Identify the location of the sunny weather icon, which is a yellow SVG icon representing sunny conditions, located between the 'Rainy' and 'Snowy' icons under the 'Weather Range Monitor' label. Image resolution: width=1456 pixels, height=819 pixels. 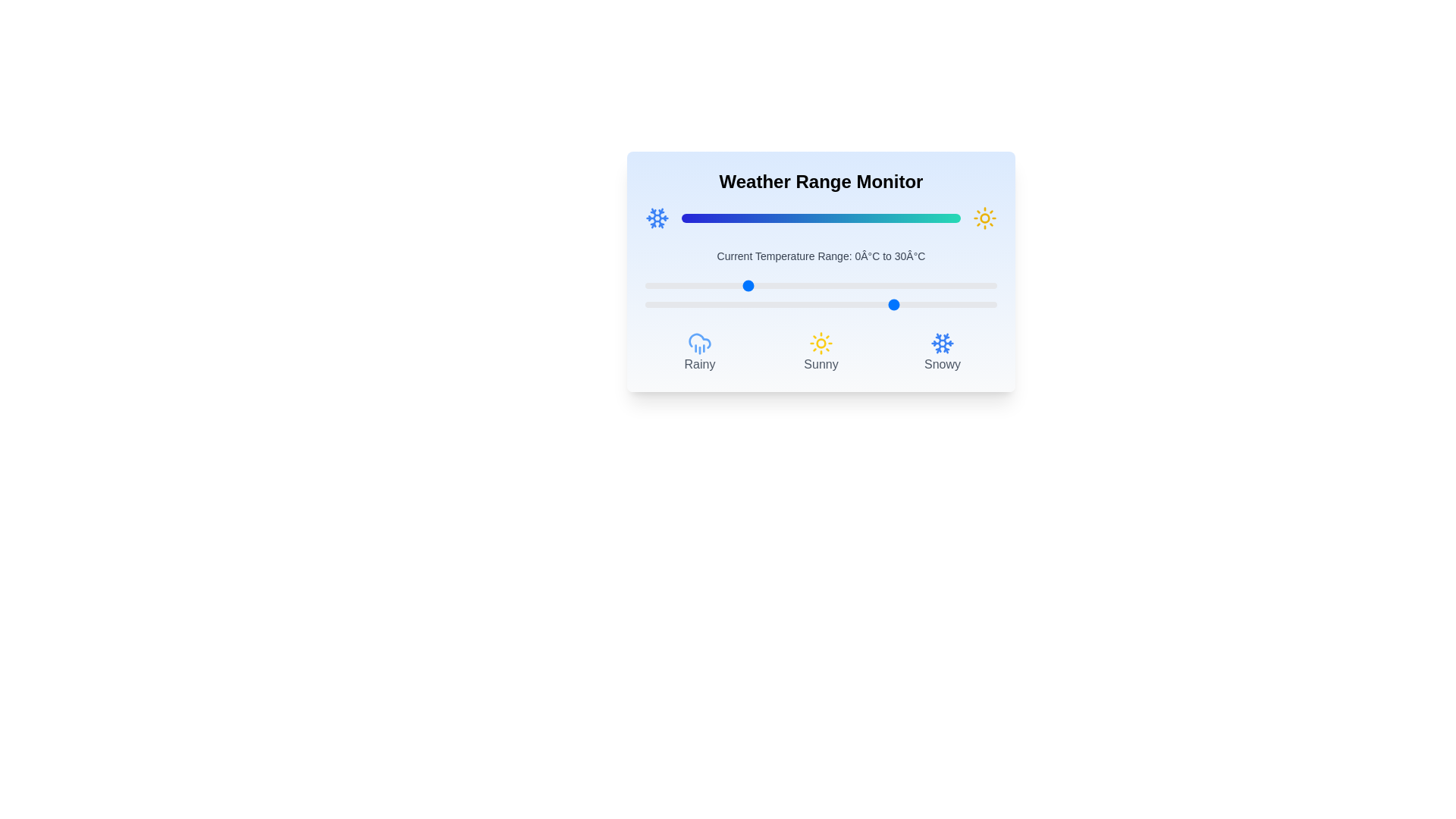
(821, 343).